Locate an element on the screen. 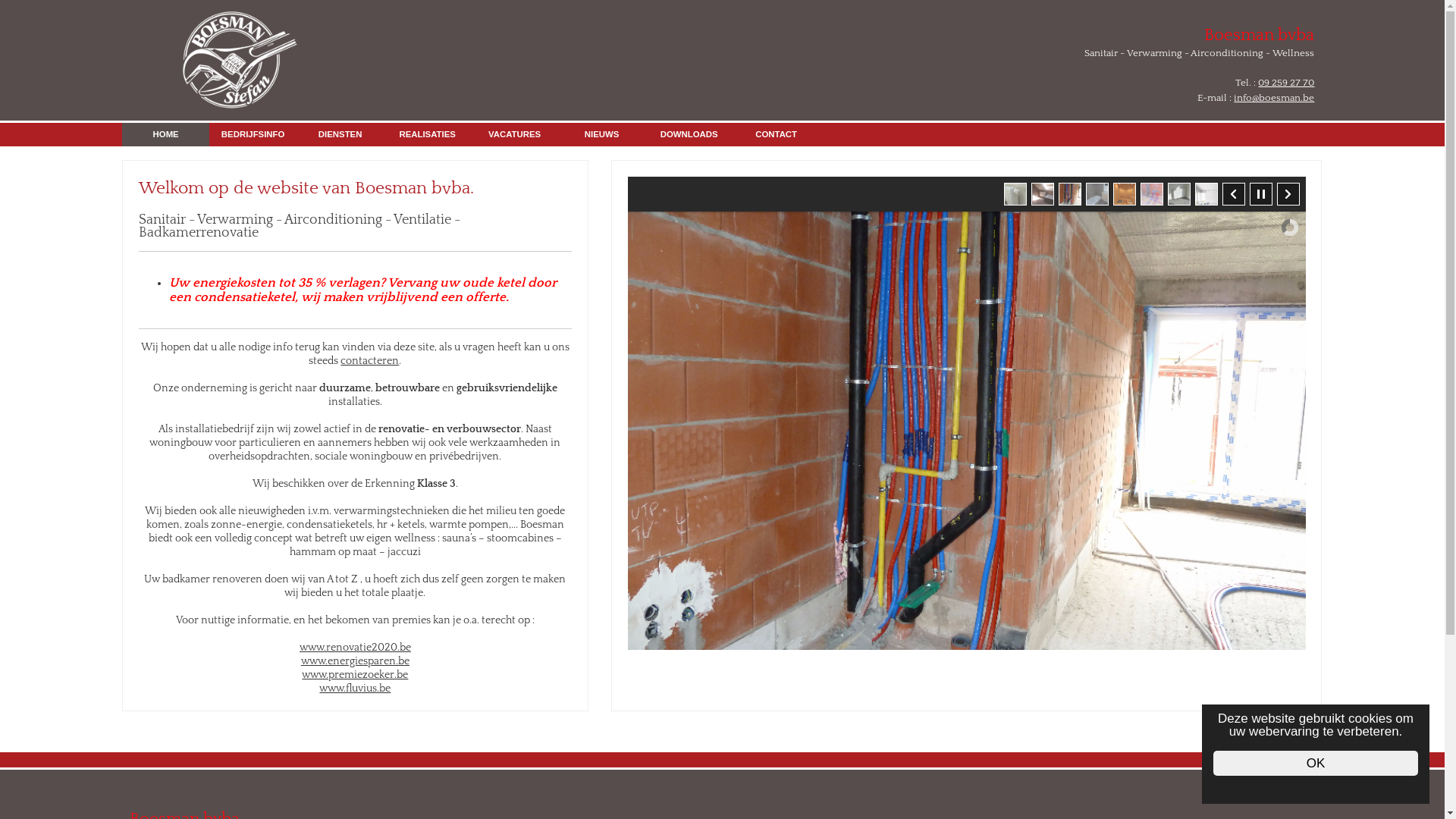 The width and height of the screenshot is (1456, 819). 'DIENSTEN' is located at coordinates (339, 133).